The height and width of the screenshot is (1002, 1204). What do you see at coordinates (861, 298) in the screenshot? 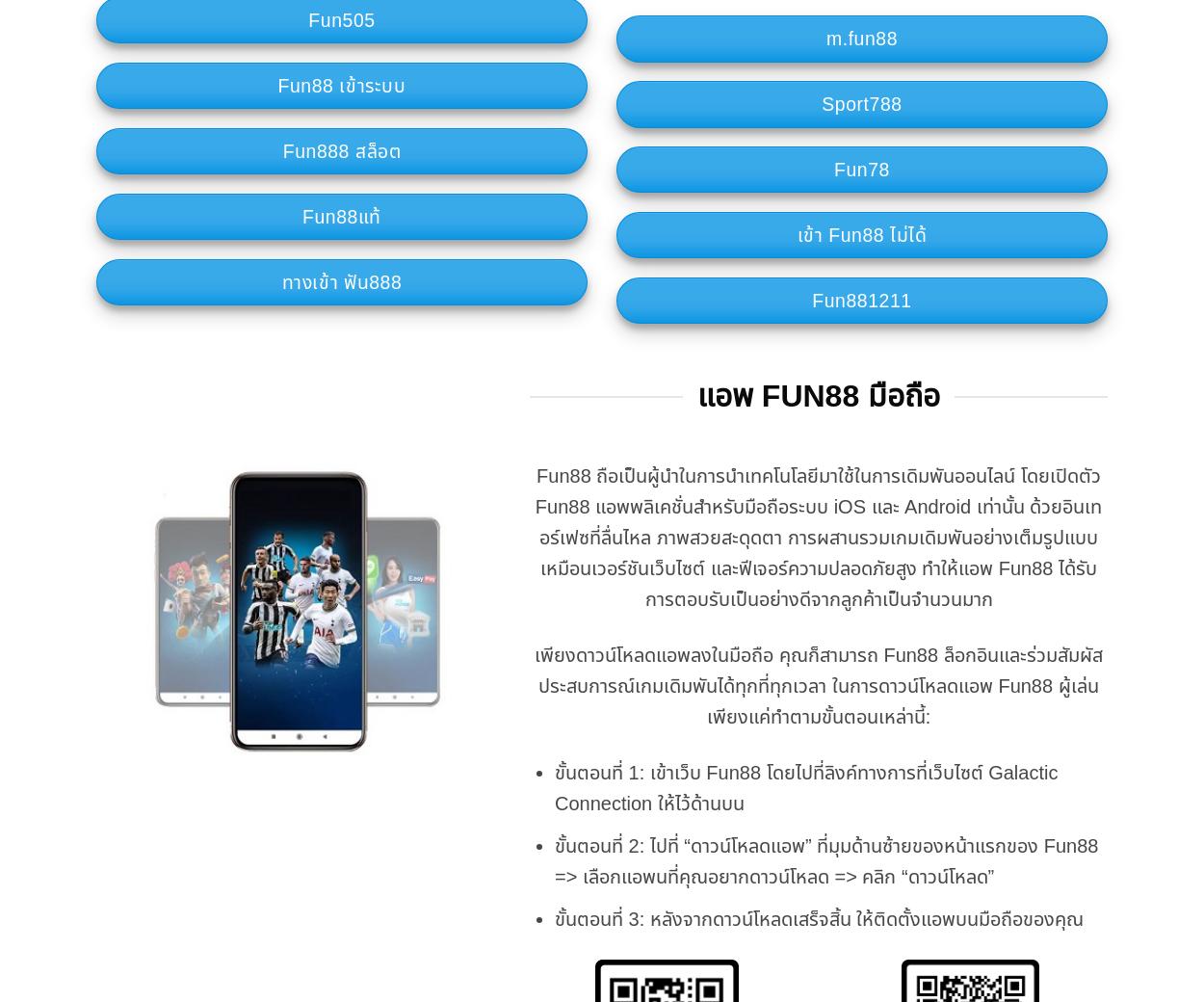
I see `'Fun881211'` at bounding box center [861, 298].